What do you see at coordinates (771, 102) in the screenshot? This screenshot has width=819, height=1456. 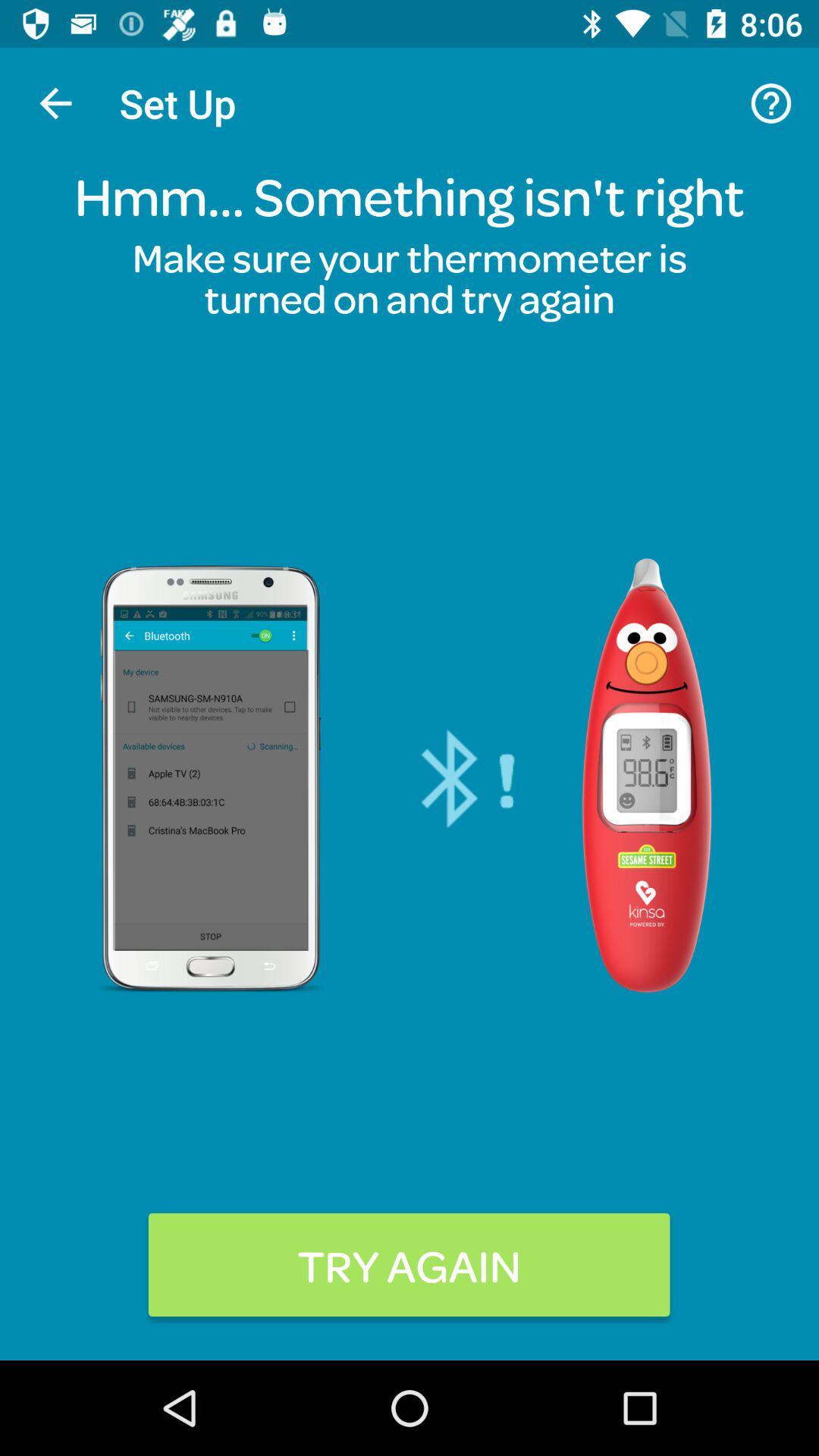 I see `the icon next to the set up item` at bounding box center [771, 102].